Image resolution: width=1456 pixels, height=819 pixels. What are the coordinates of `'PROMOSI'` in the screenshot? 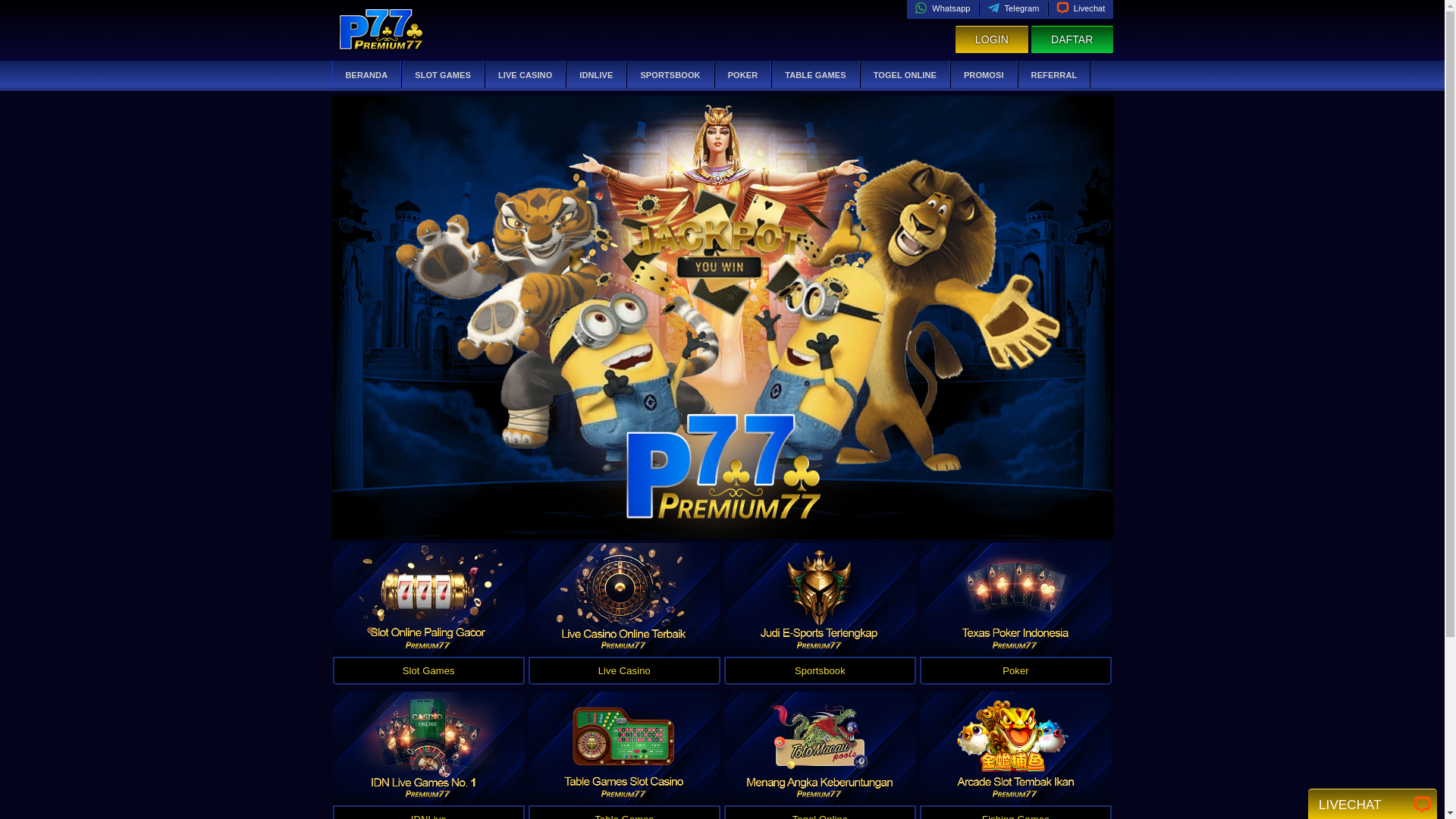 It's located at (984, 75).